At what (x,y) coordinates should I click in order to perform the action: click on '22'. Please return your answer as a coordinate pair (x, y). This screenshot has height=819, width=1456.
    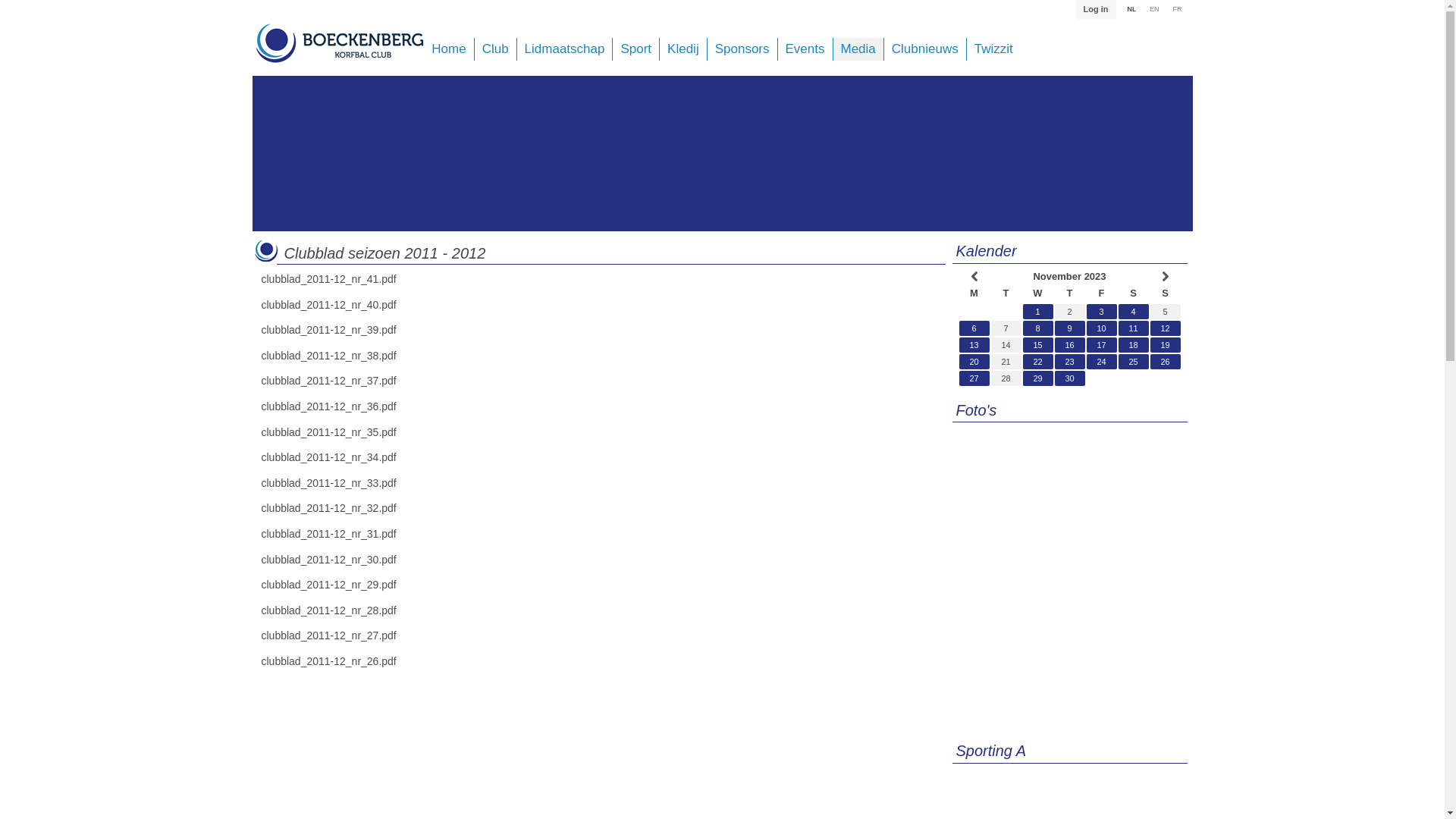
    Looking at the image, I should click on (1037, 362).